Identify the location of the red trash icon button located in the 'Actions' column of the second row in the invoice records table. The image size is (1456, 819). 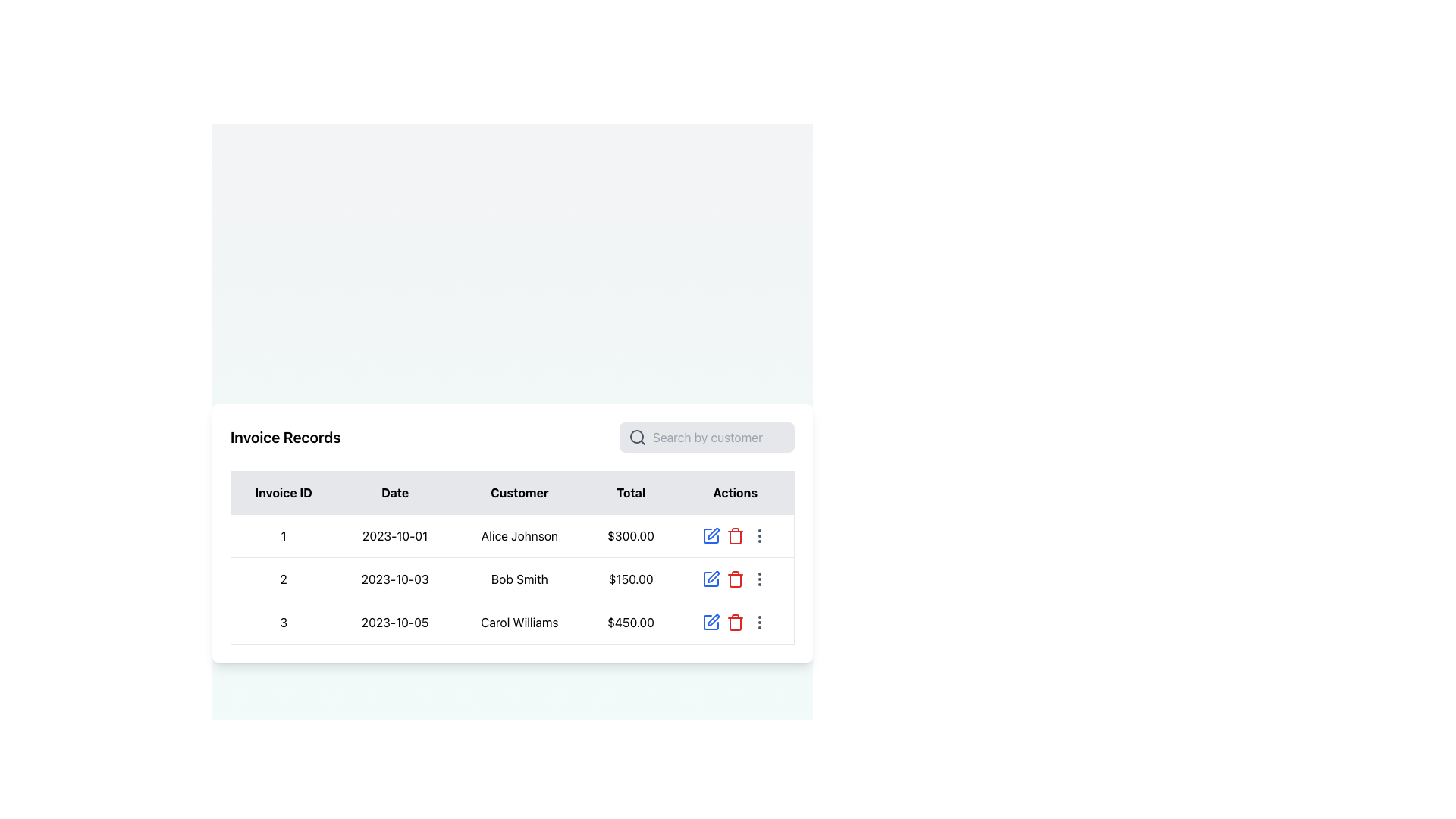
(735, 579).